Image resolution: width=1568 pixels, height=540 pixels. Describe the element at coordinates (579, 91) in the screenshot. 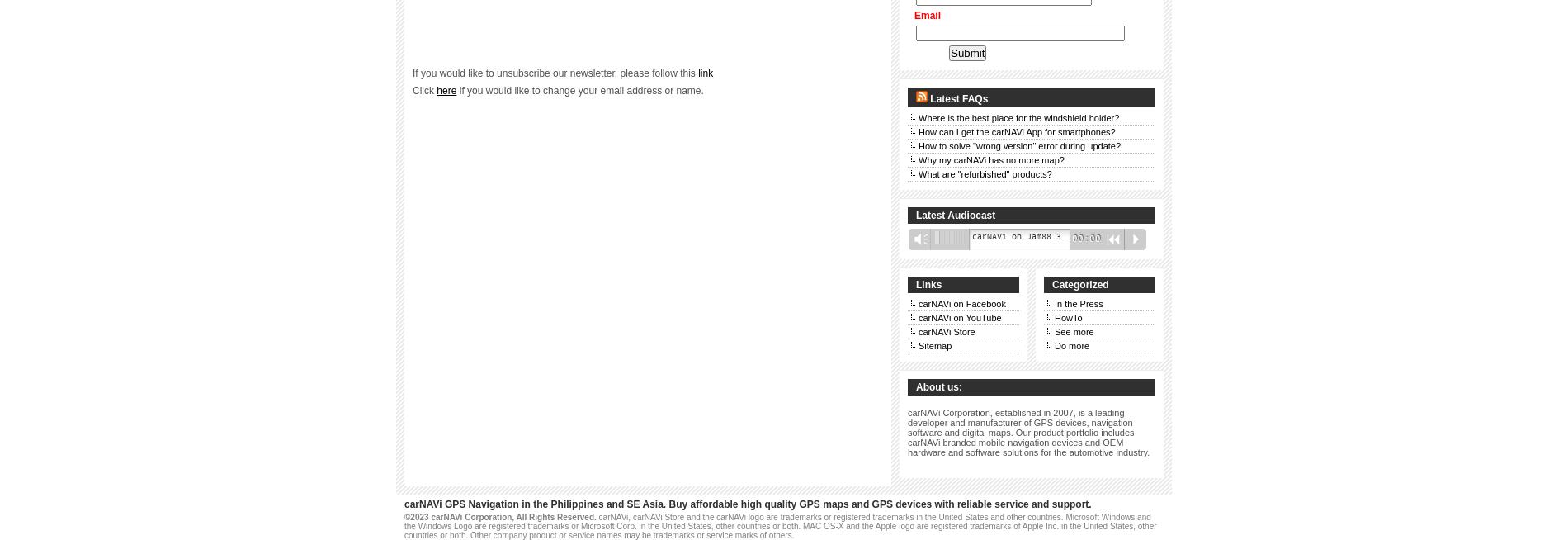

I see `'if you would like to change your email address or name.'` at that location.